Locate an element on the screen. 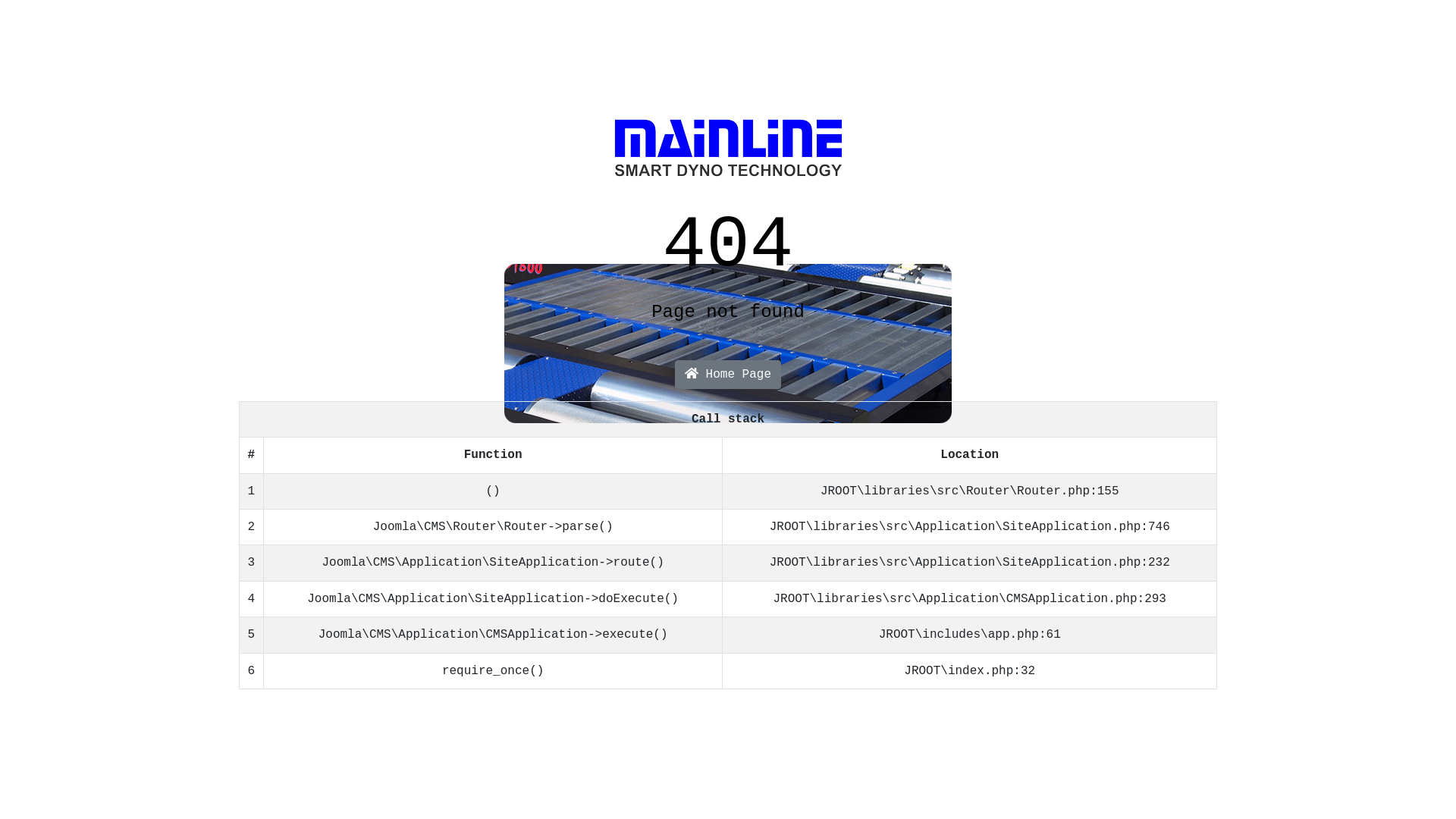 The width and height of the screenshot is (1456, 819). 'Home Page' is located at coordinates (728, 374).